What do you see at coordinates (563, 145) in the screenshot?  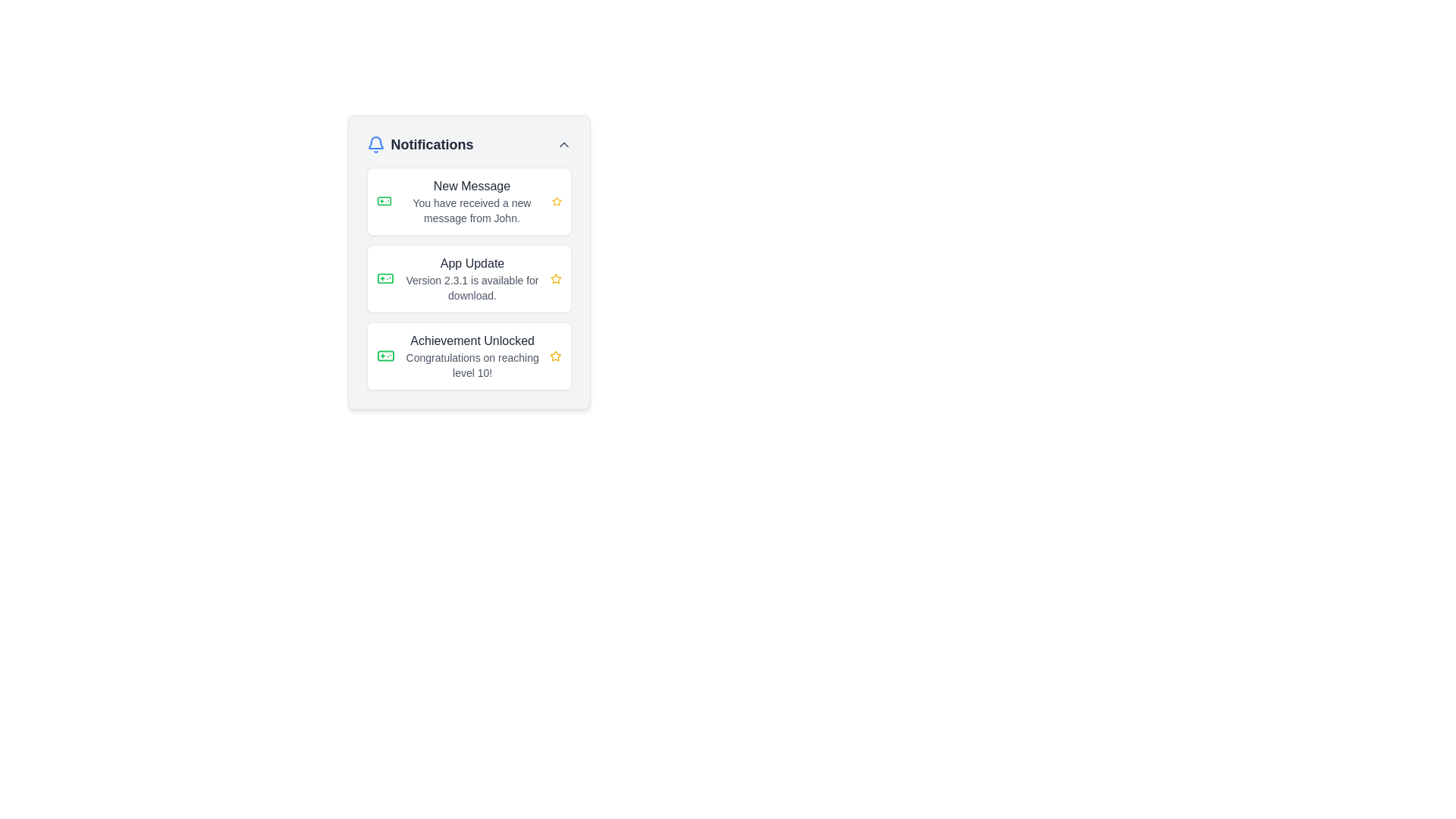 I see `the arrow button located at the top-right corner of the notifications panel` at bounding box center [563, 145].